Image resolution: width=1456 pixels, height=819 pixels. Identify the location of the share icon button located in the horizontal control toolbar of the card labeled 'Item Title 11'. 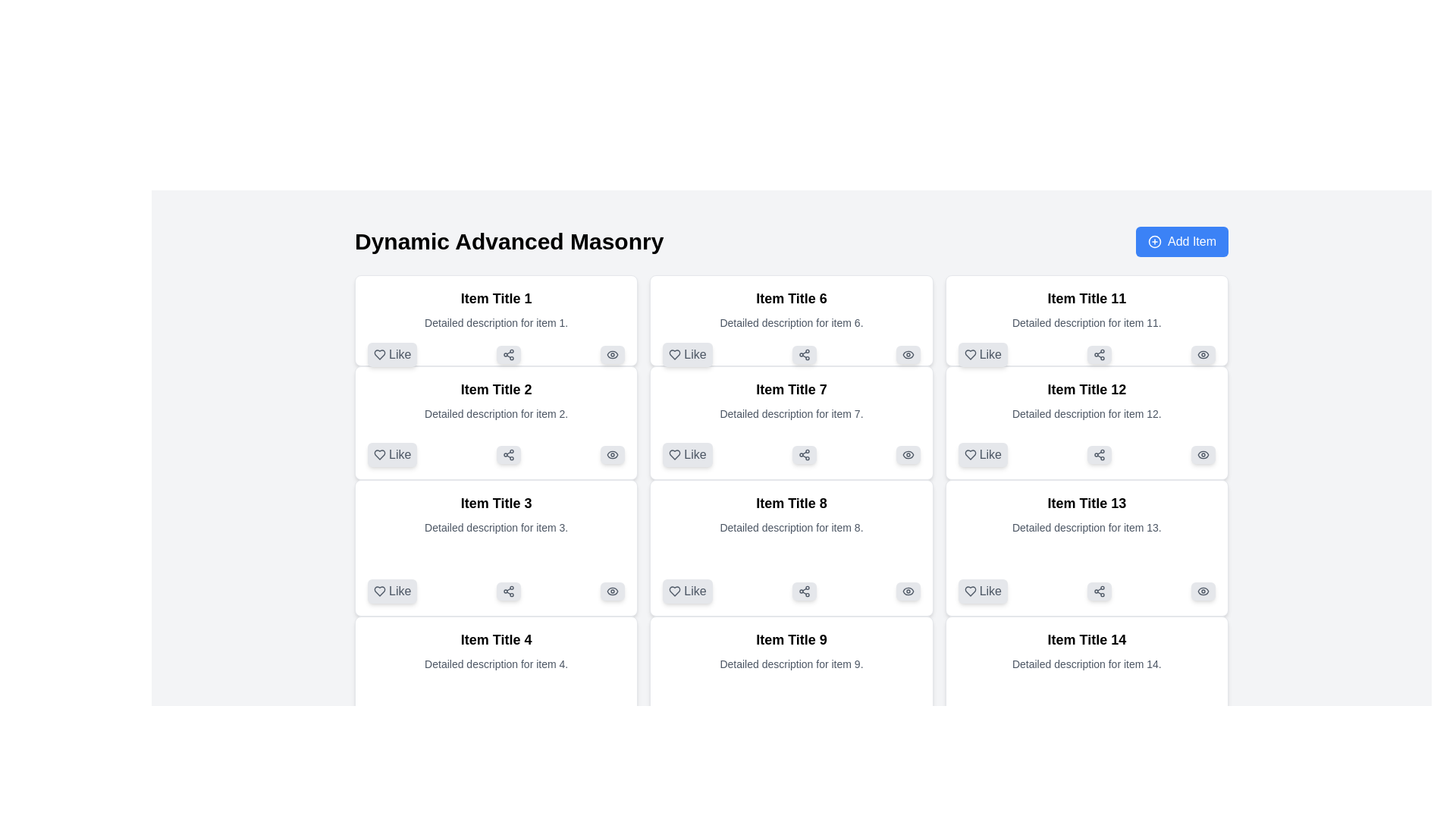
(1099, 354).